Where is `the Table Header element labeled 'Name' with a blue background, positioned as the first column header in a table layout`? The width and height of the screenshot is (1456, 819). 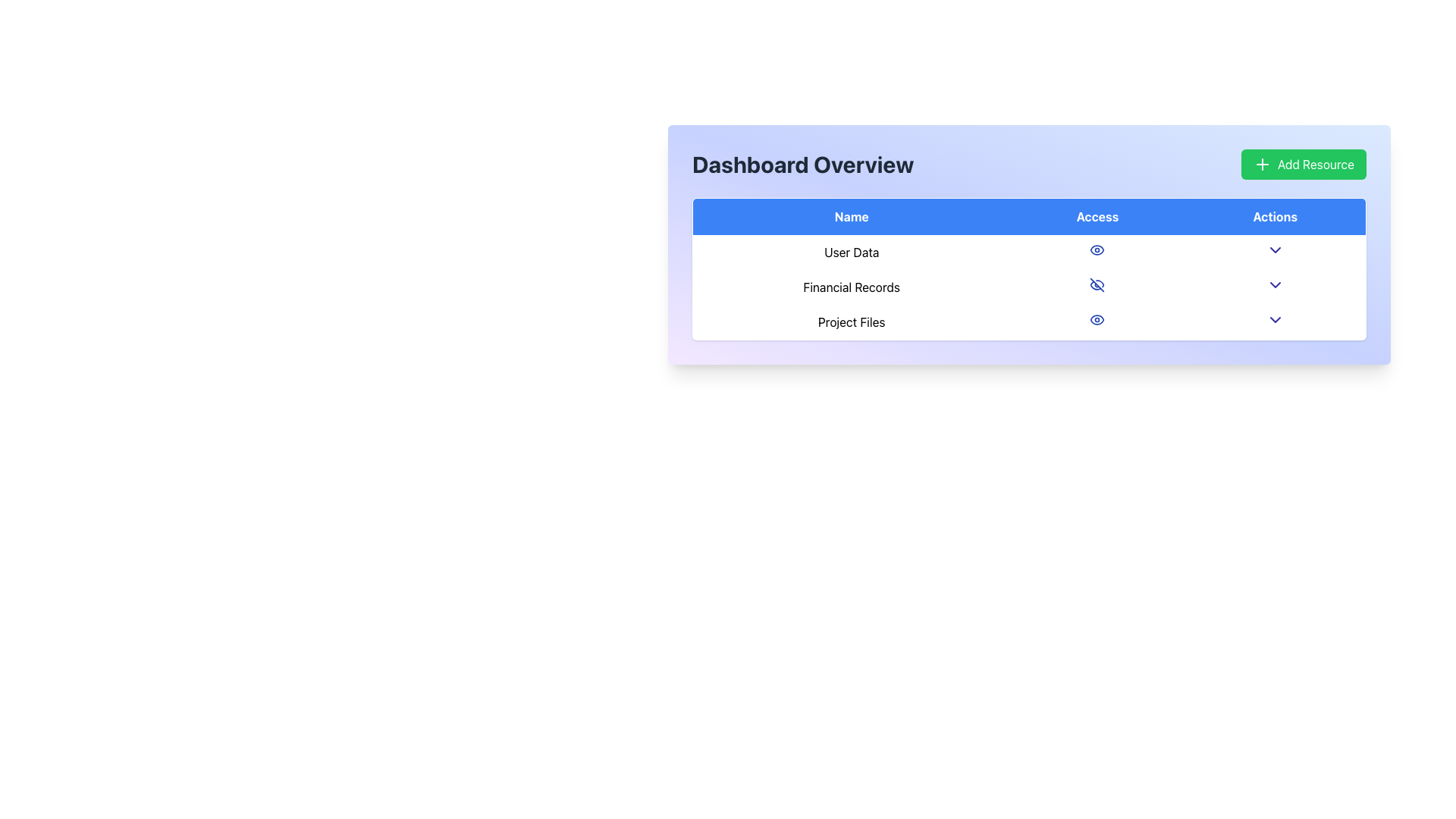
the Table Header element labeled 'Name' with a blue background, positioned as the first column header in a table layout is located at coordinates (852, 216).